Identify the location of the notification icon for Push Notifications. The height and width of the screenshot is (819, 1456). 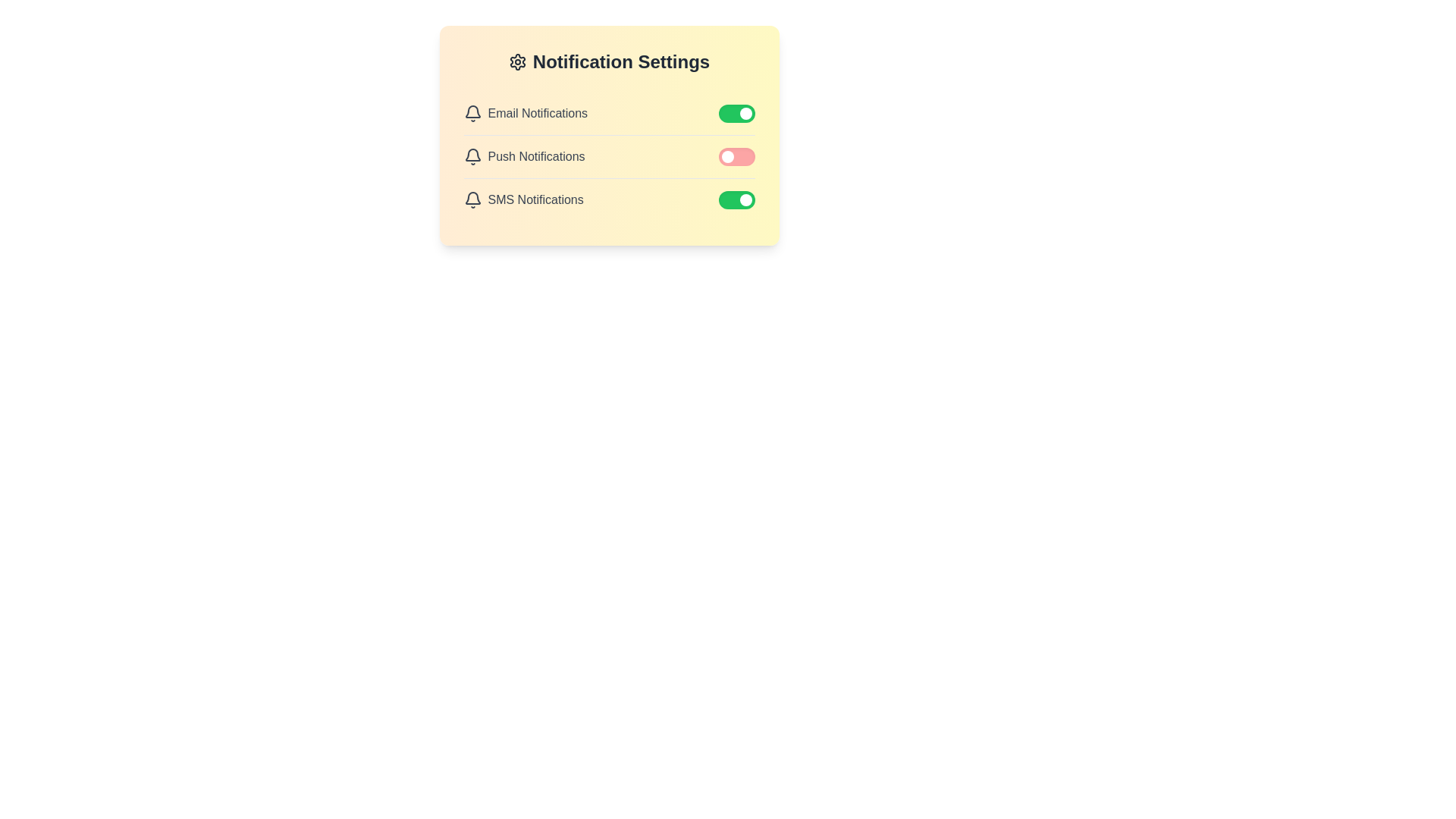
(472, 157).